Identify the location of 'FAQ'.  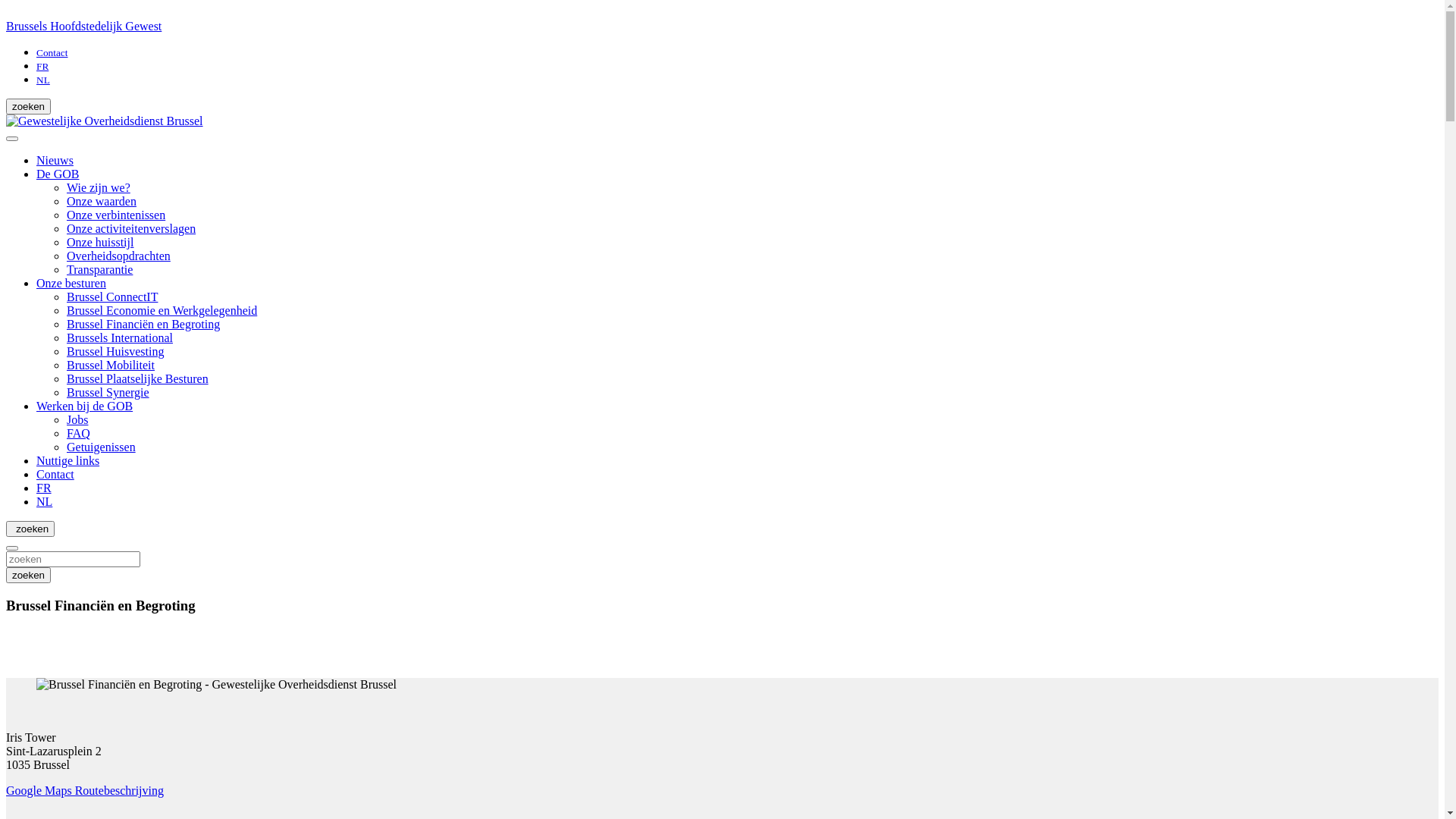
(77, 433).